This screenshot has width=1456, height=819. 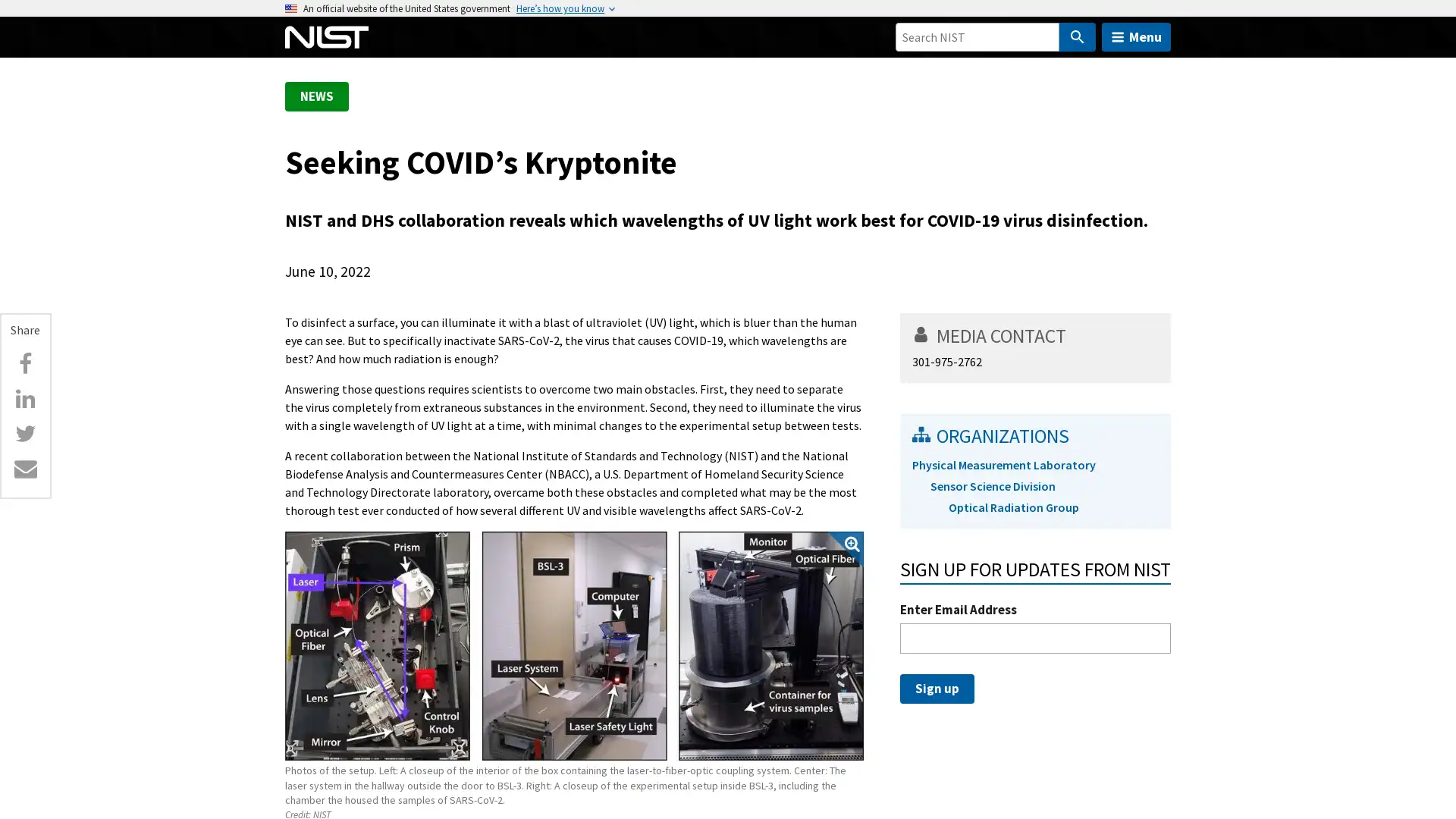 I want to click on Heres how you know, so click(x=560, y=8).